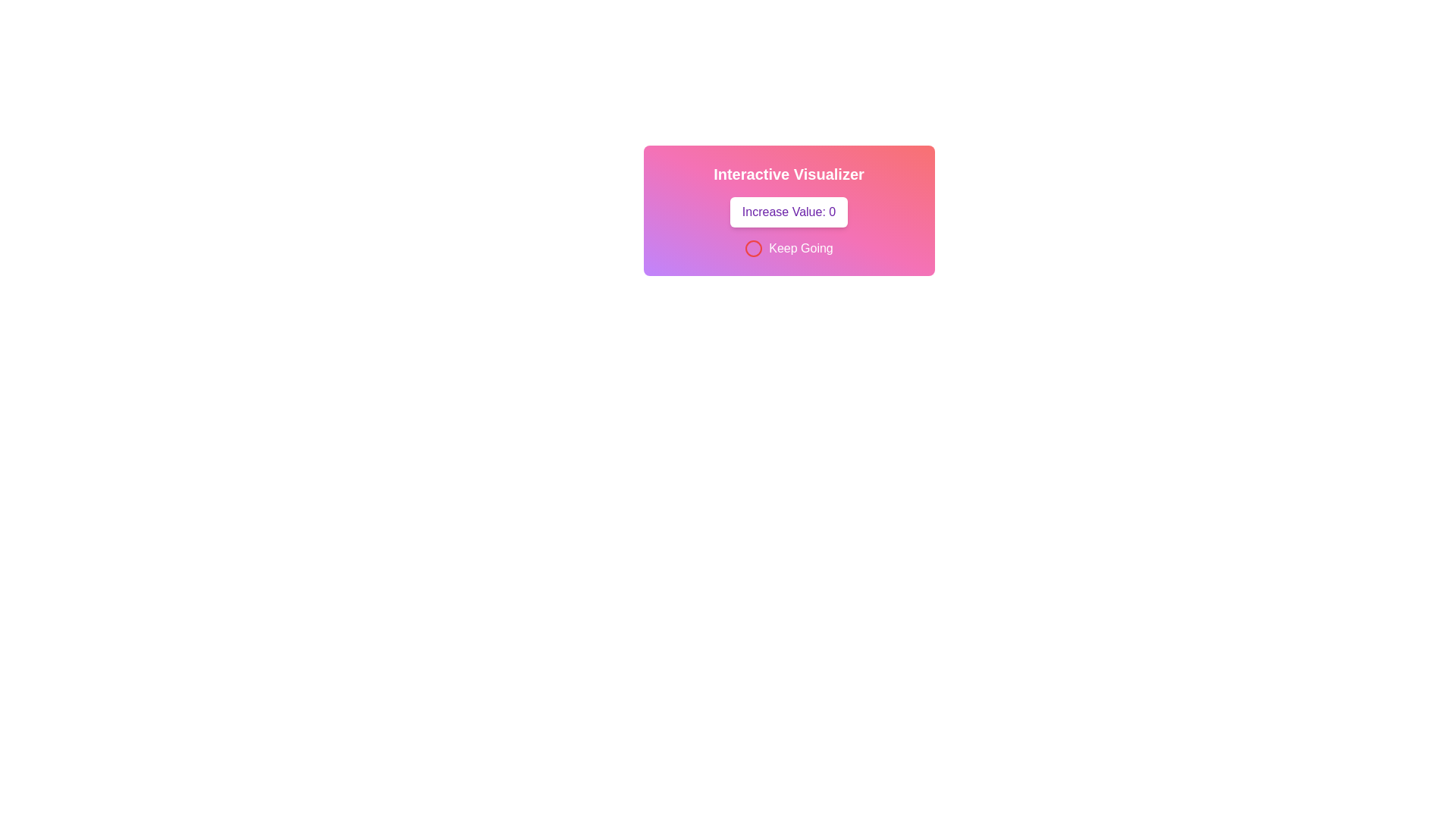 The height and width of the screenshot is (819, 1456). Describe the element at coordinates (754, 247) in the screenshot. I see `the status icon located to the left of the 'Keep Going' text and below the 'Increase Value: 0' button` at that location.